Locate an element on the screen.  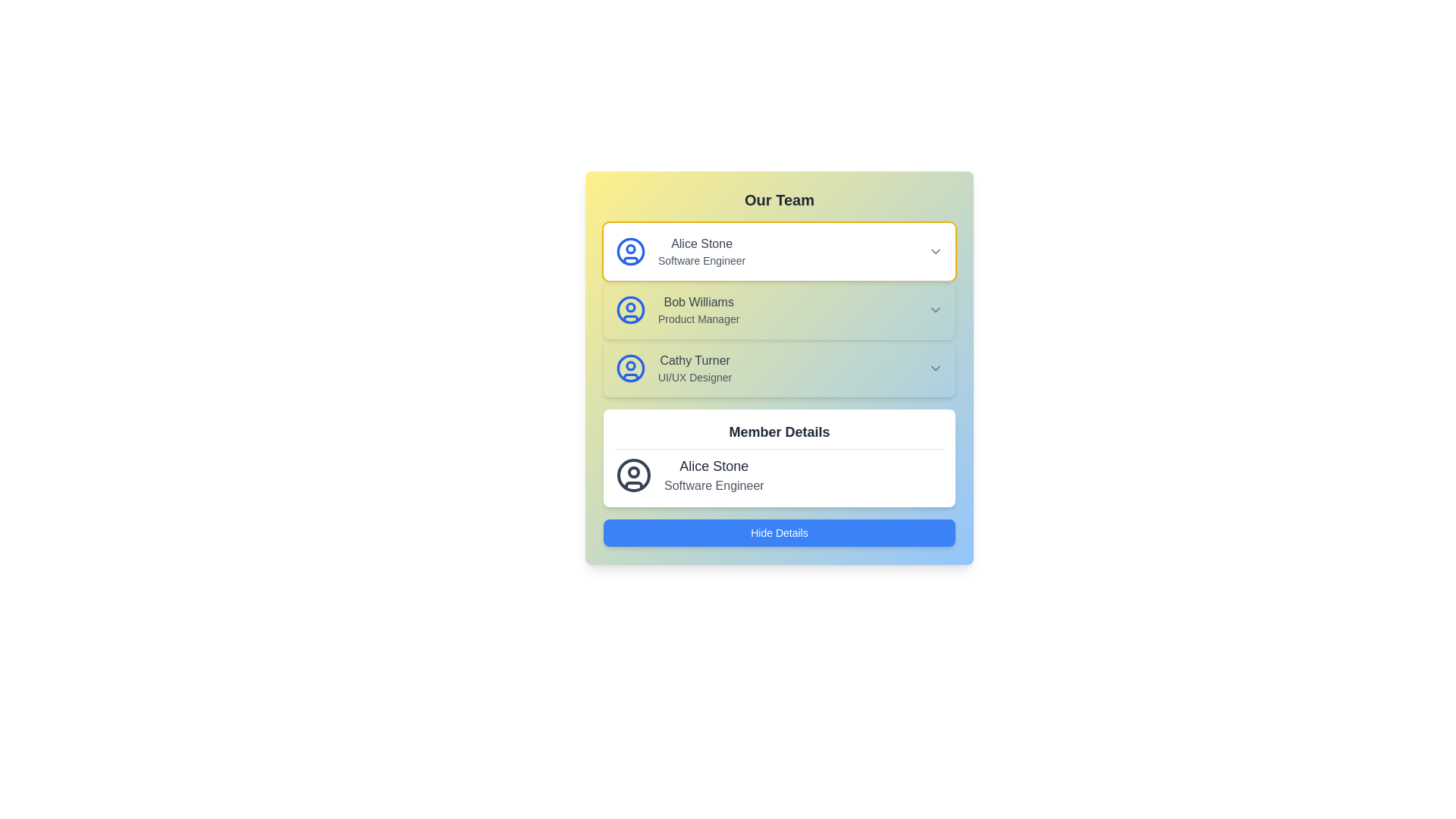
the selectable card representing a team member, which displays their name and role, located within the 'Our Team' section is located at coordinates (679, 250).